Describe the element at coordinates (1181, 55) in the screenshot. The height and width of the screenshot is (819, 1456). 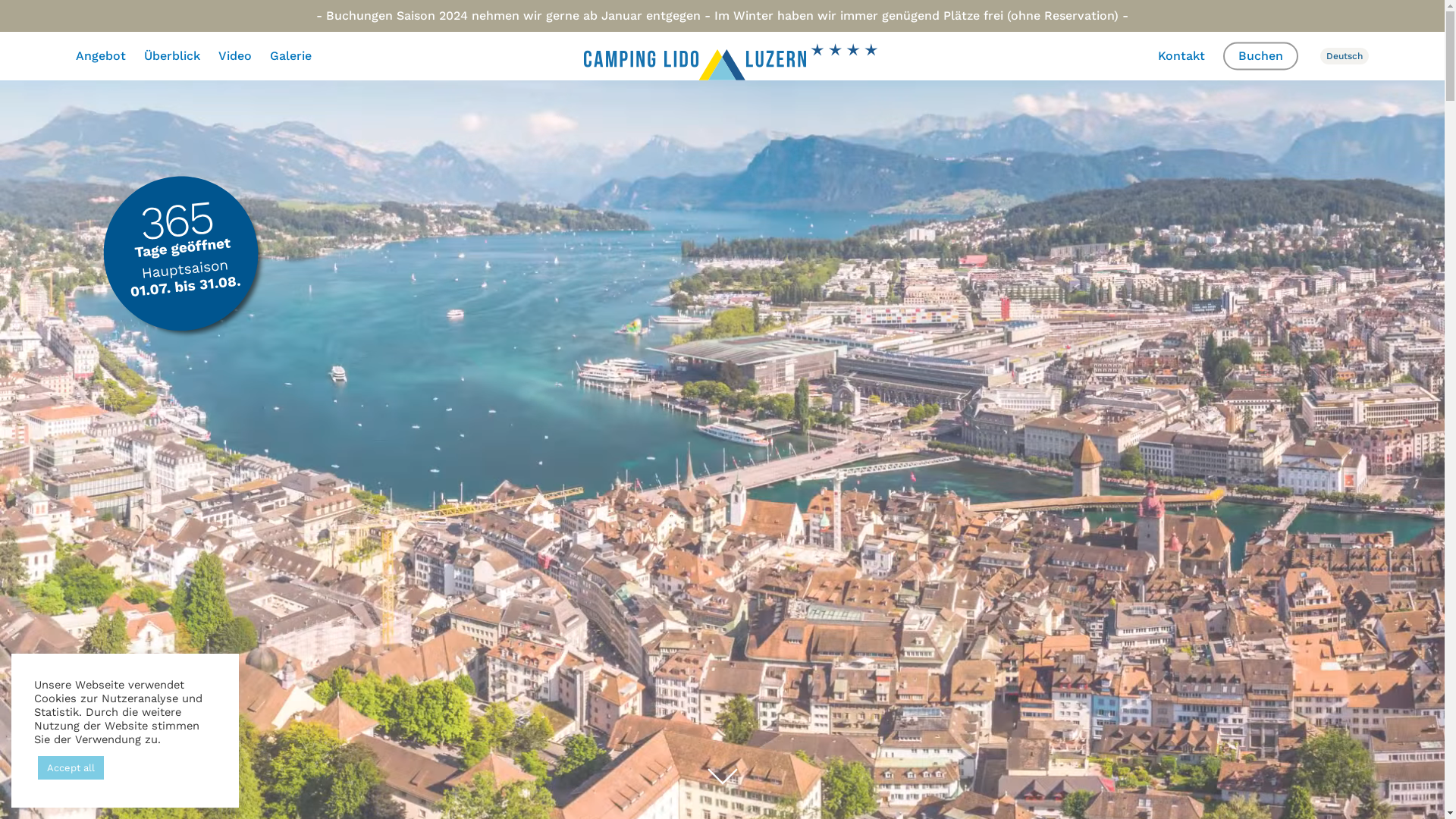
I see `'Kontakt'` at that location.